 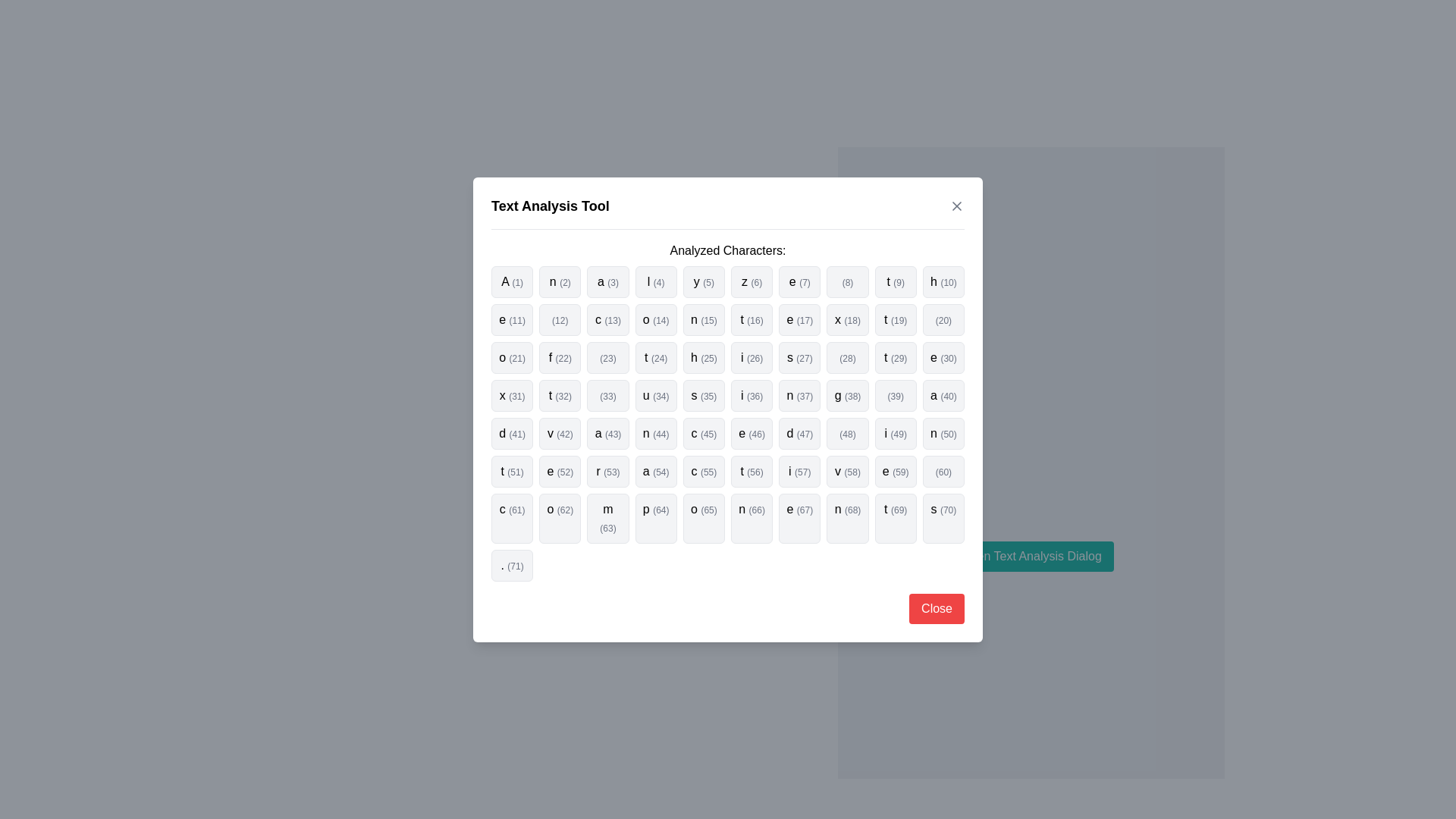 What do you see at coordinates (1031, 556) in the screenshot?
I see `the 'Open Text Analysis Dialog' button` at bounding box center [1031, 556].